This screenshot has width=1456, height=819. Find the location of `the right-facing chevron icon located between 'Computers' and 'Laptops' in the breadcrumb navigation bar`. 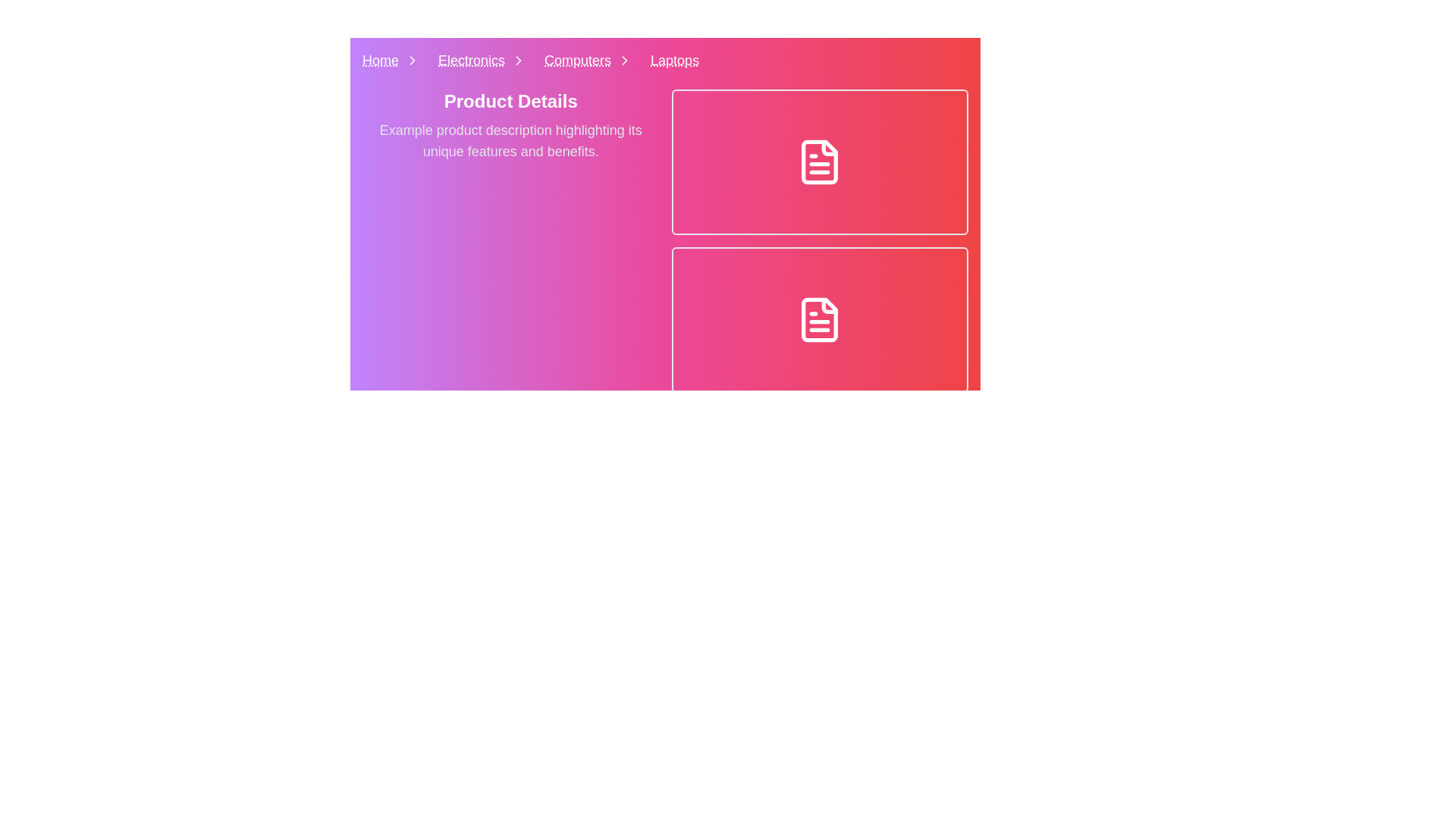

the right-facing chevron icon located between 'Computers' and 'Laptops' in the breadcrumb navigation bar is located at coordinates (625, 60).